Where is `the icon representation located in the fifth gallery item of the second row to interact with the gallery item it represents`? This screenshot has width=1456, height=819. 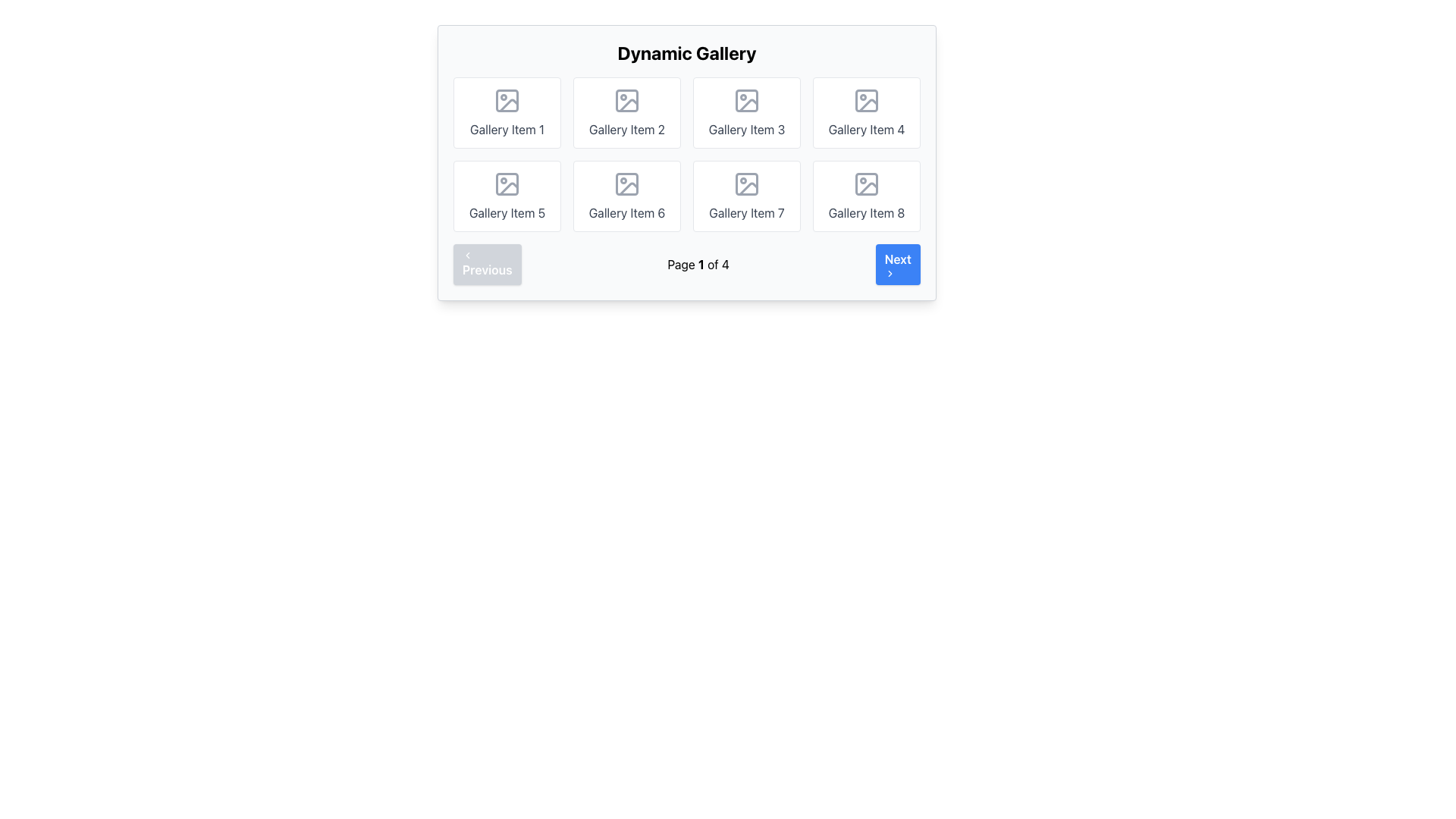 the icon representation located in the fifth gallery item of the second row to interact with the gallery item it represents is located at coordinates (507, 184).